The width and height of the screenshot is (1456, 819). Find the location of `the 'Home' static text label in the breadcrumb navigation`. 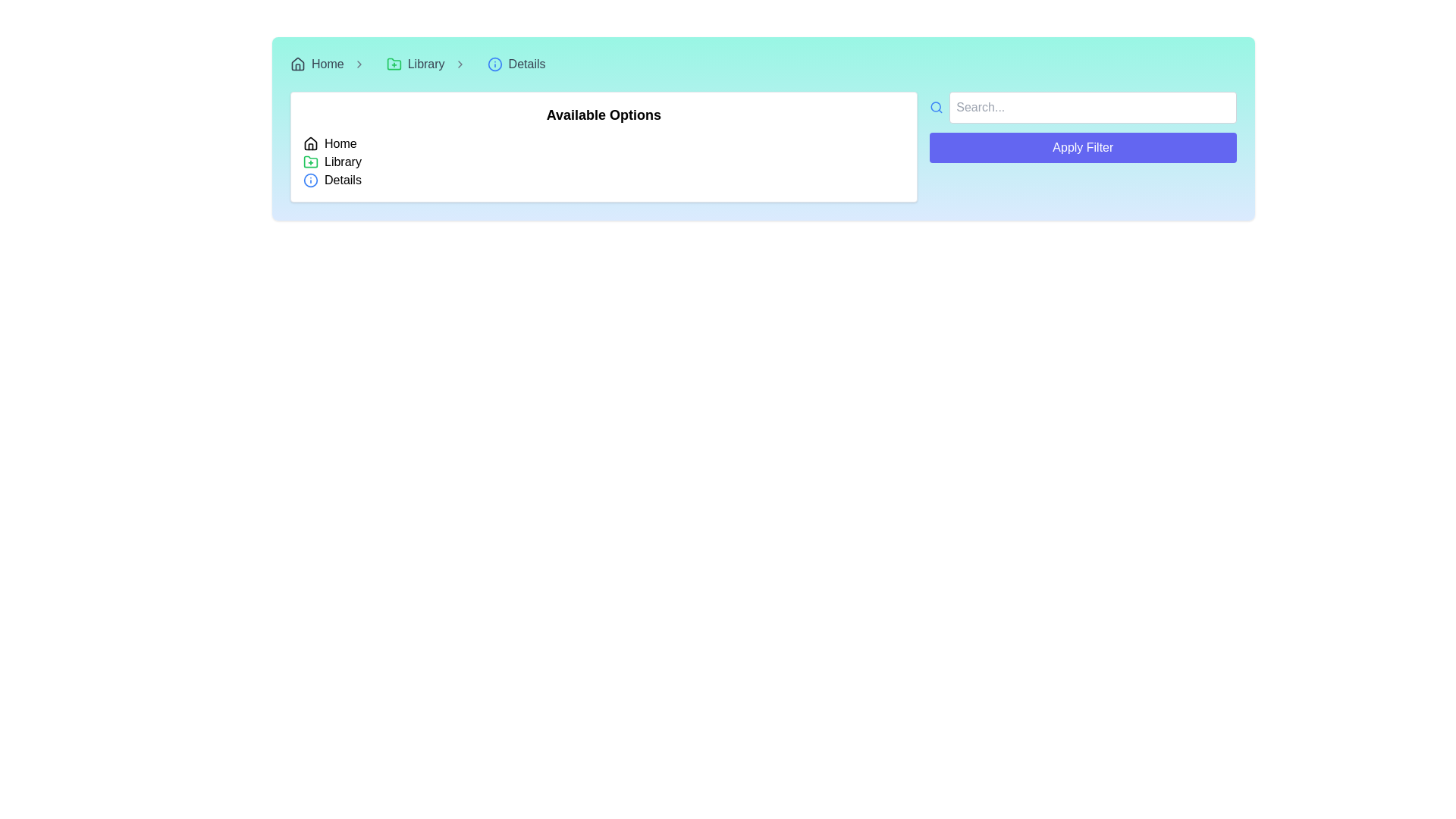

the 'Home' static text label in the breadcrumb navigation is located at coordinates (340, 143).